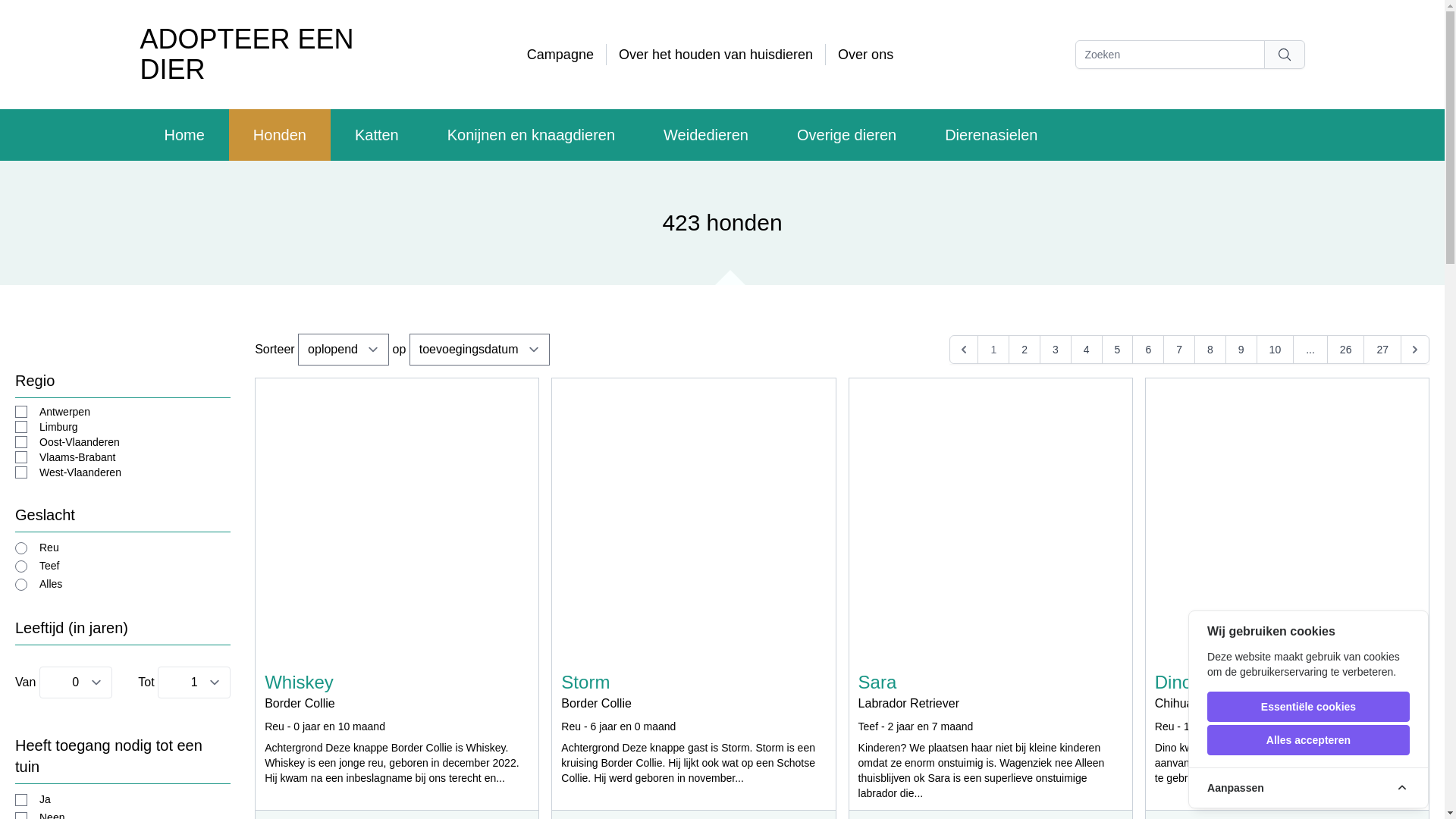 This screenshot has width=1456, height=819. I want to click on 'Over ons', so click(865, 54).